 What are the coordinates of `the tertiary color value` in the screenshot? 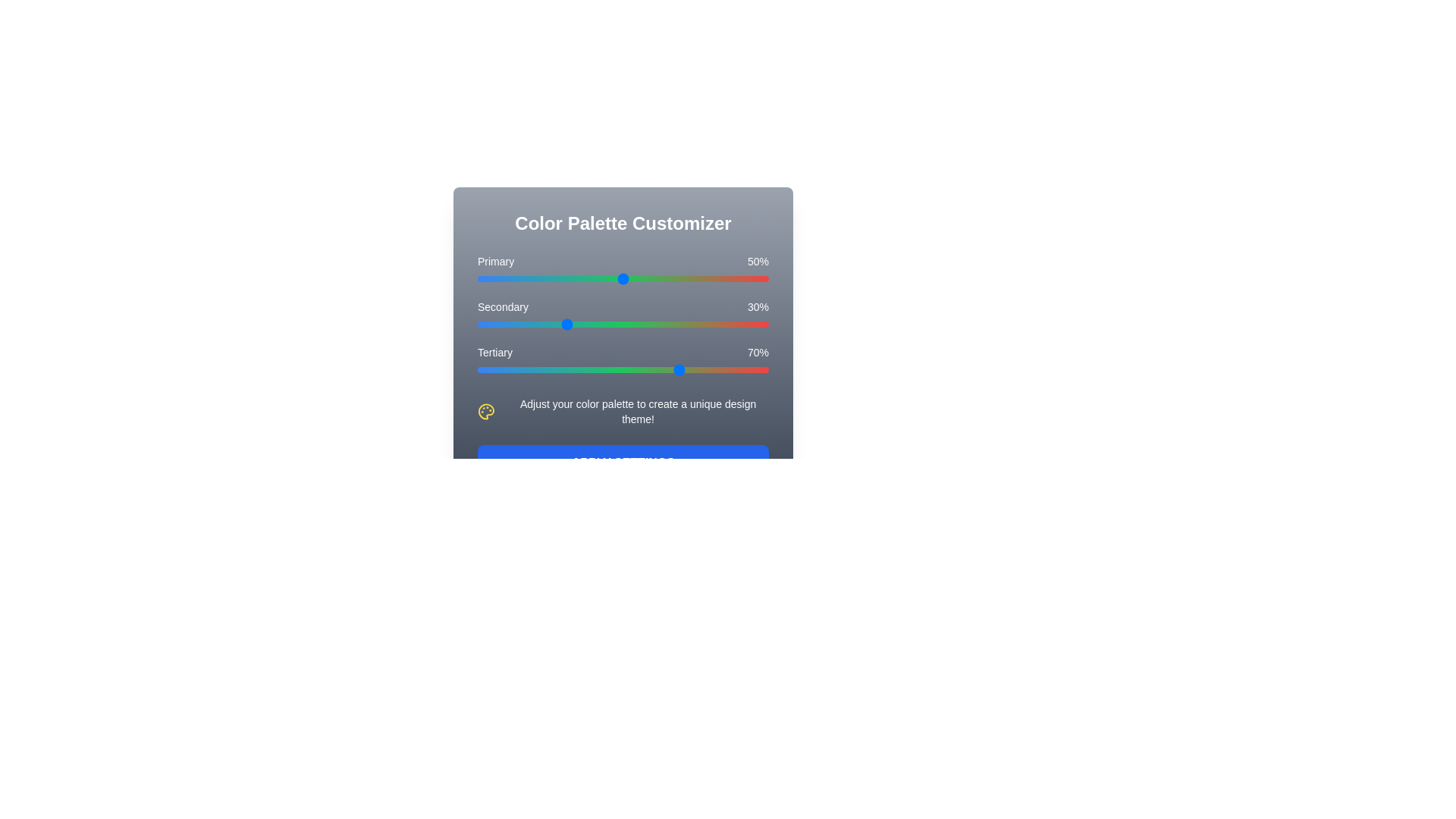 It's located at (515, 370).